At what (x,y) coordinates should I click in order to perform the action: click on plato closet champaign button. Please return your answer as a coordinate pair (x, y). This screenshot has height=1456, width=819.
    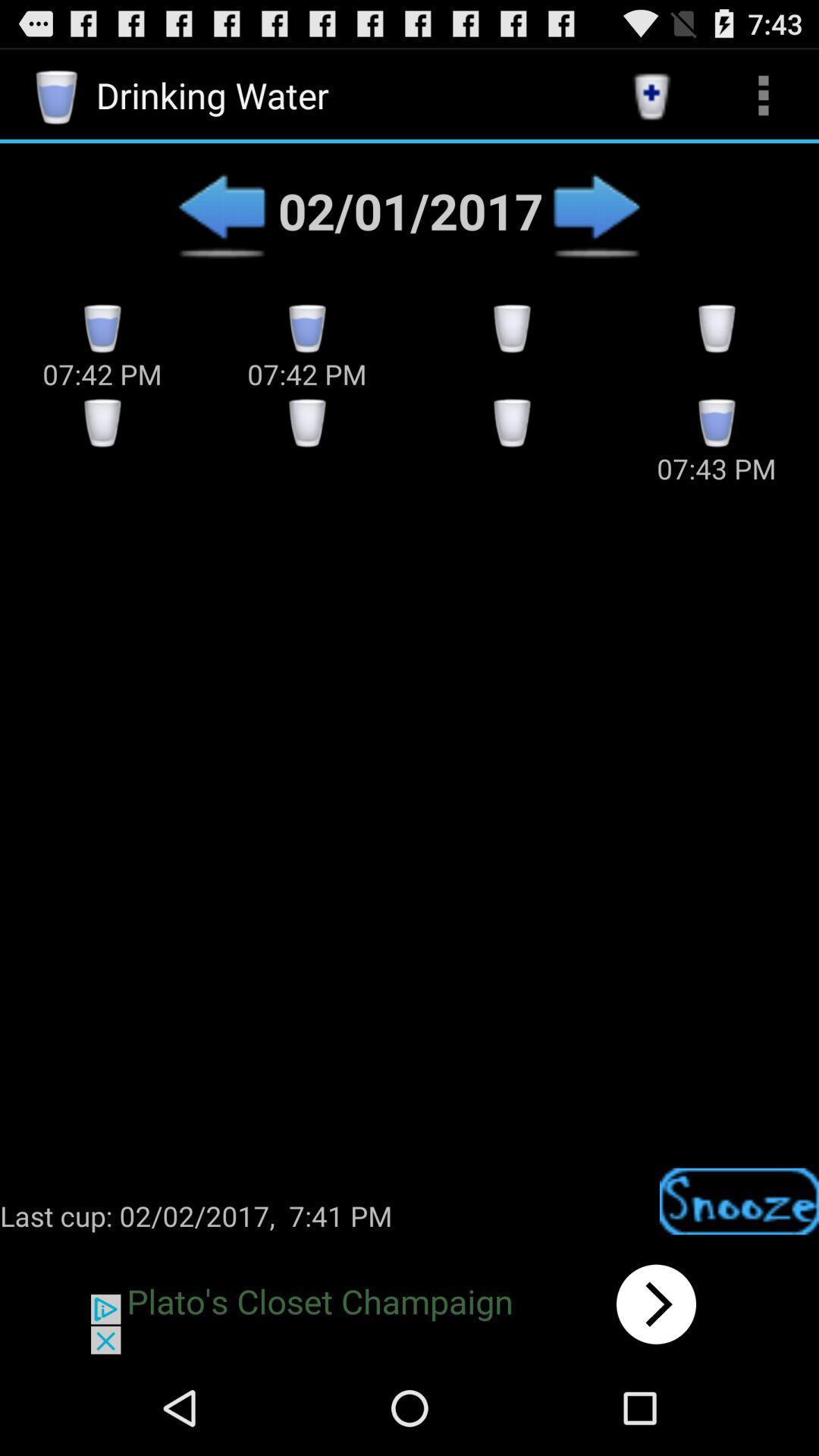
    Looking at the image, I should click on (409, 1304).